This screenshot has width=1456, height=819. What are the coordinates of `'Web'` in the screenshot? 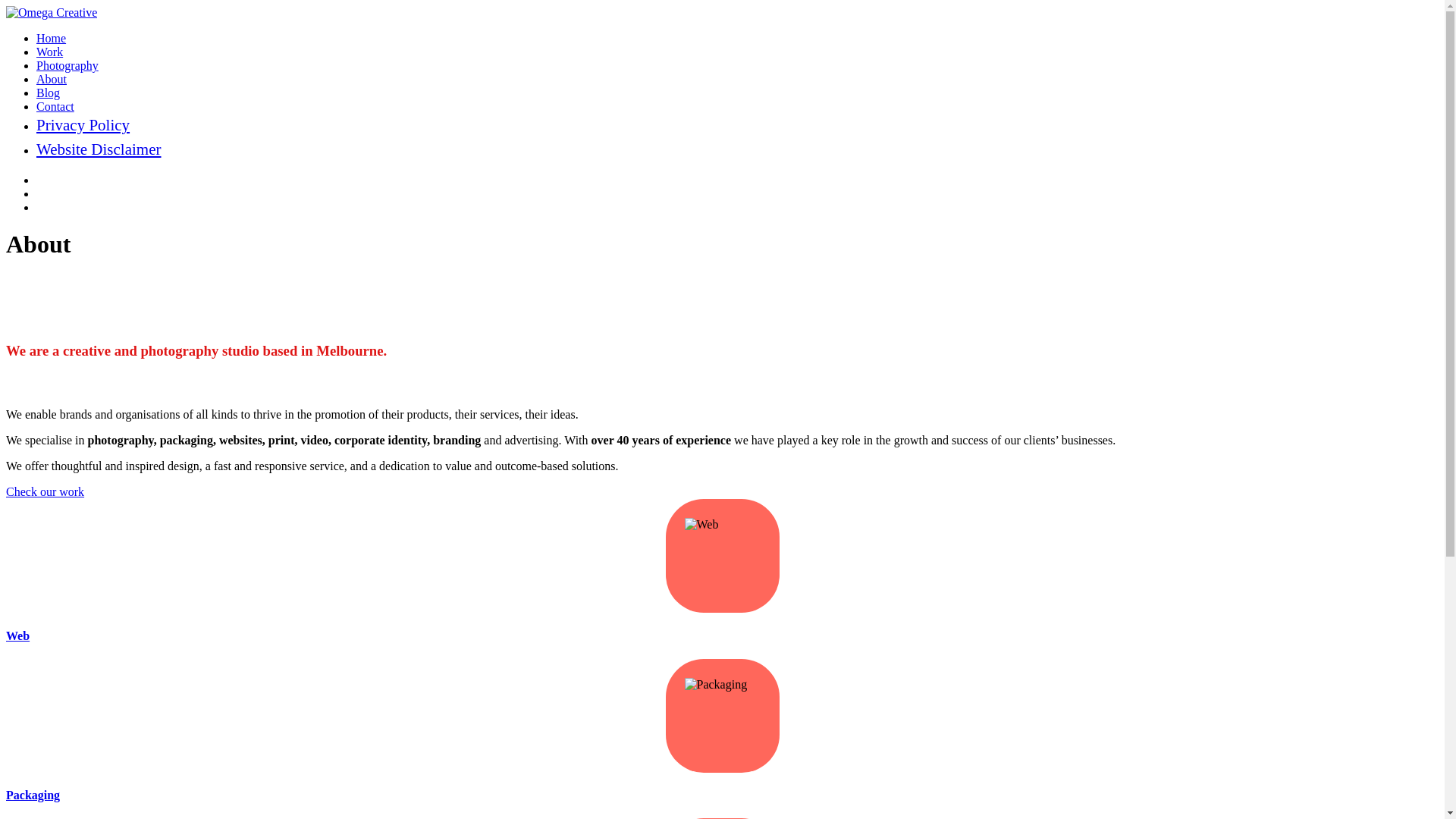 It's located at (6, 635).